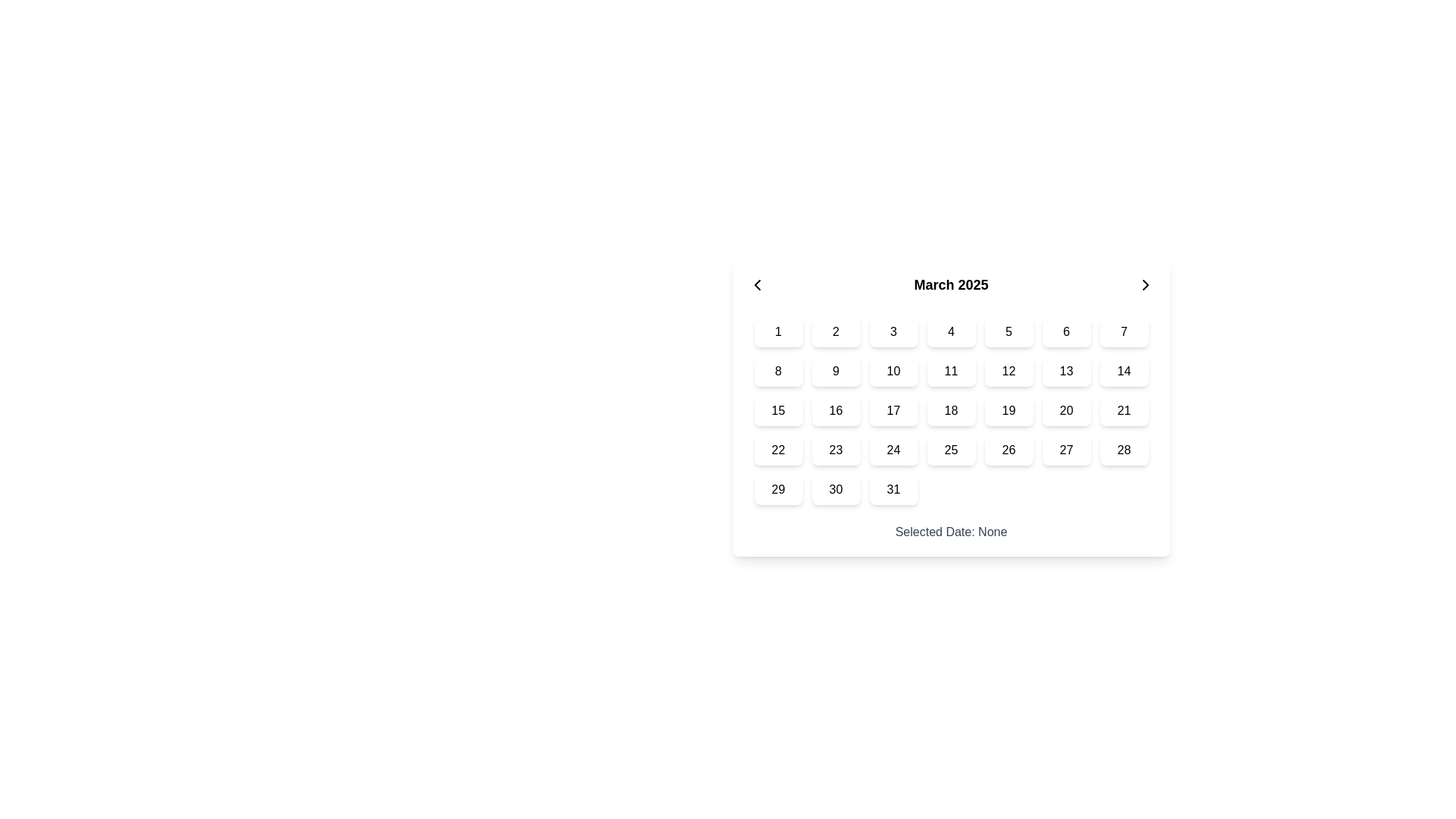 This screenshot has height=819, width=1456. Describe the element at coordinates (1065, 411) in the screenshot. I see `the 20th button in the calendar interface` at that location.